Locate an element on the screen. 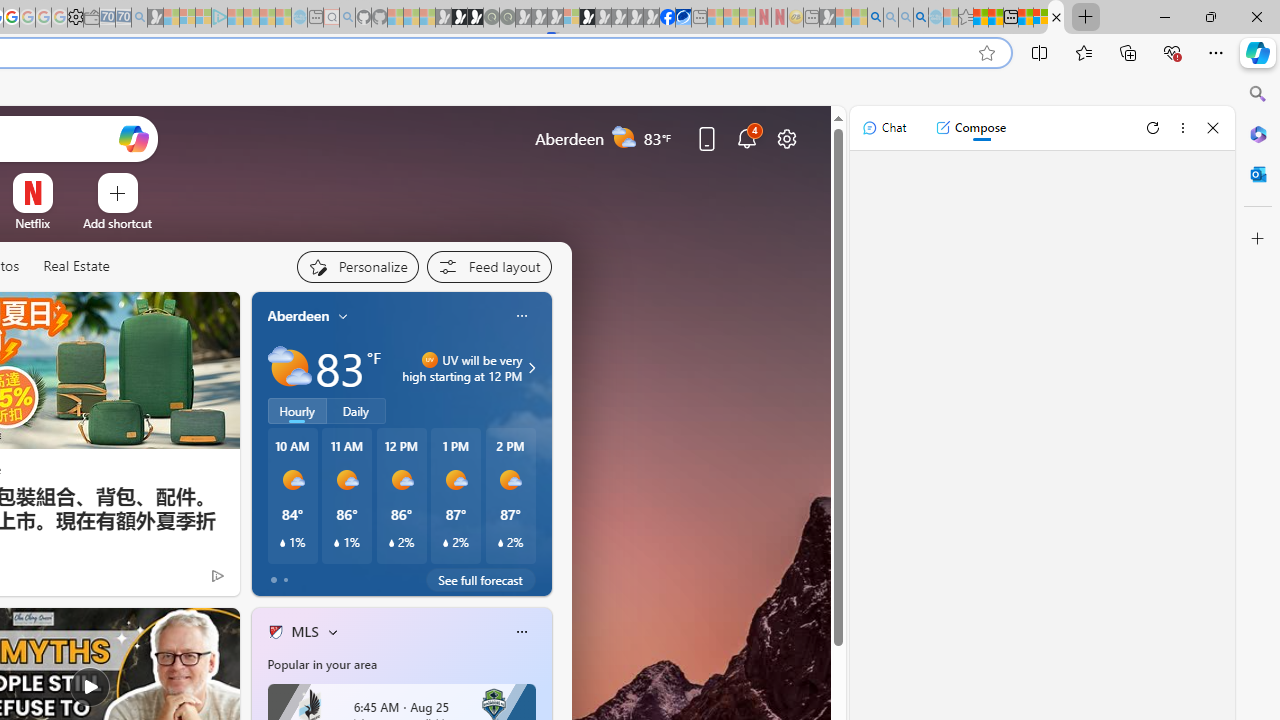  'Aberdeen, Hong Kong SAR weather forecast | Microsoft Weather' is located at coordinates (996, 17).